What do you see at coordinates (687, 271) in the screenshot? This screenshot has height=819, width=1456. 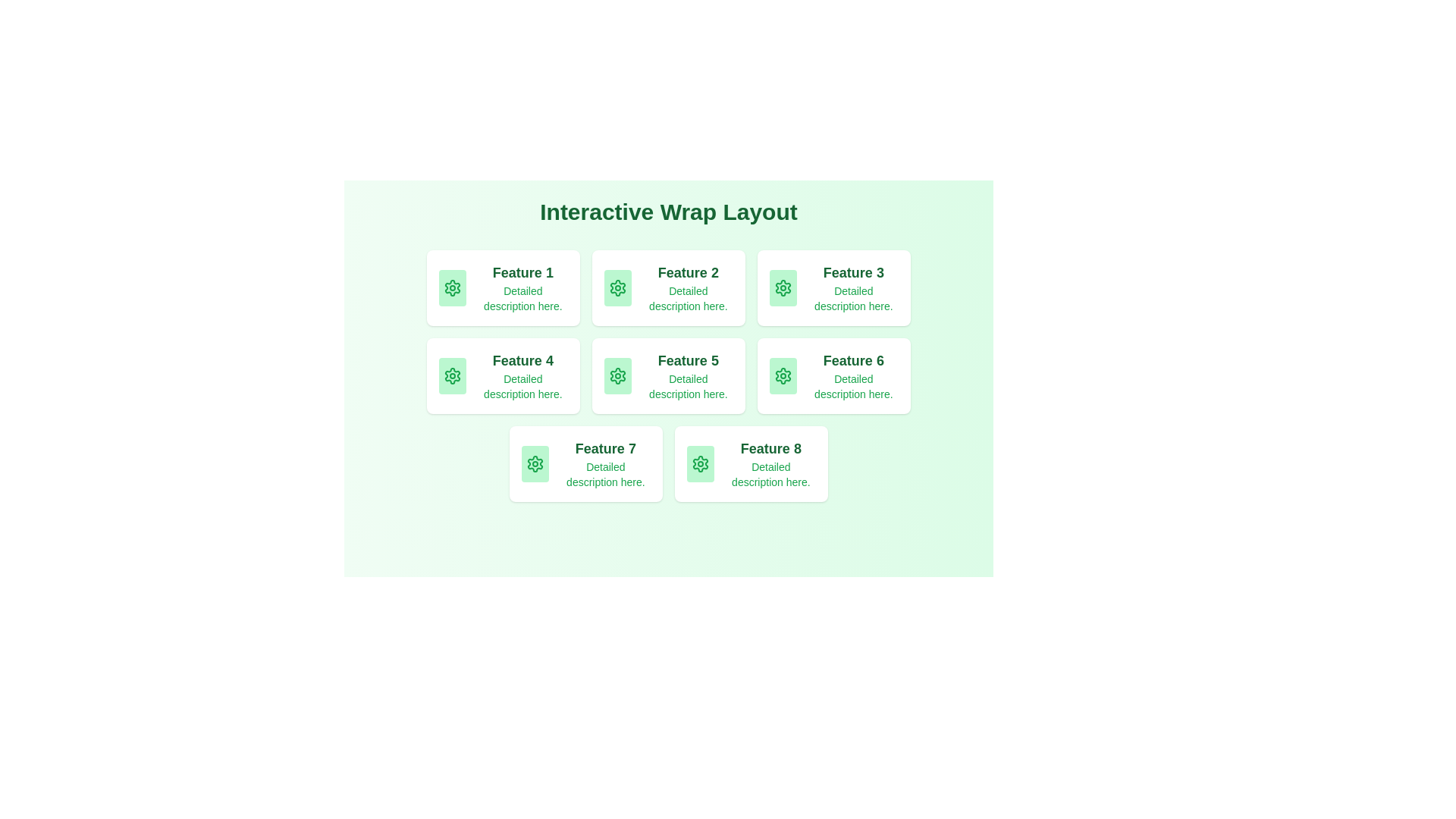 I see `the Text label serving as the header for the 'Feature 2' feature panel, located in the top row and second column of the grid layout under 'Interactive Wrap Layout'` at bounding box center [687, 271].